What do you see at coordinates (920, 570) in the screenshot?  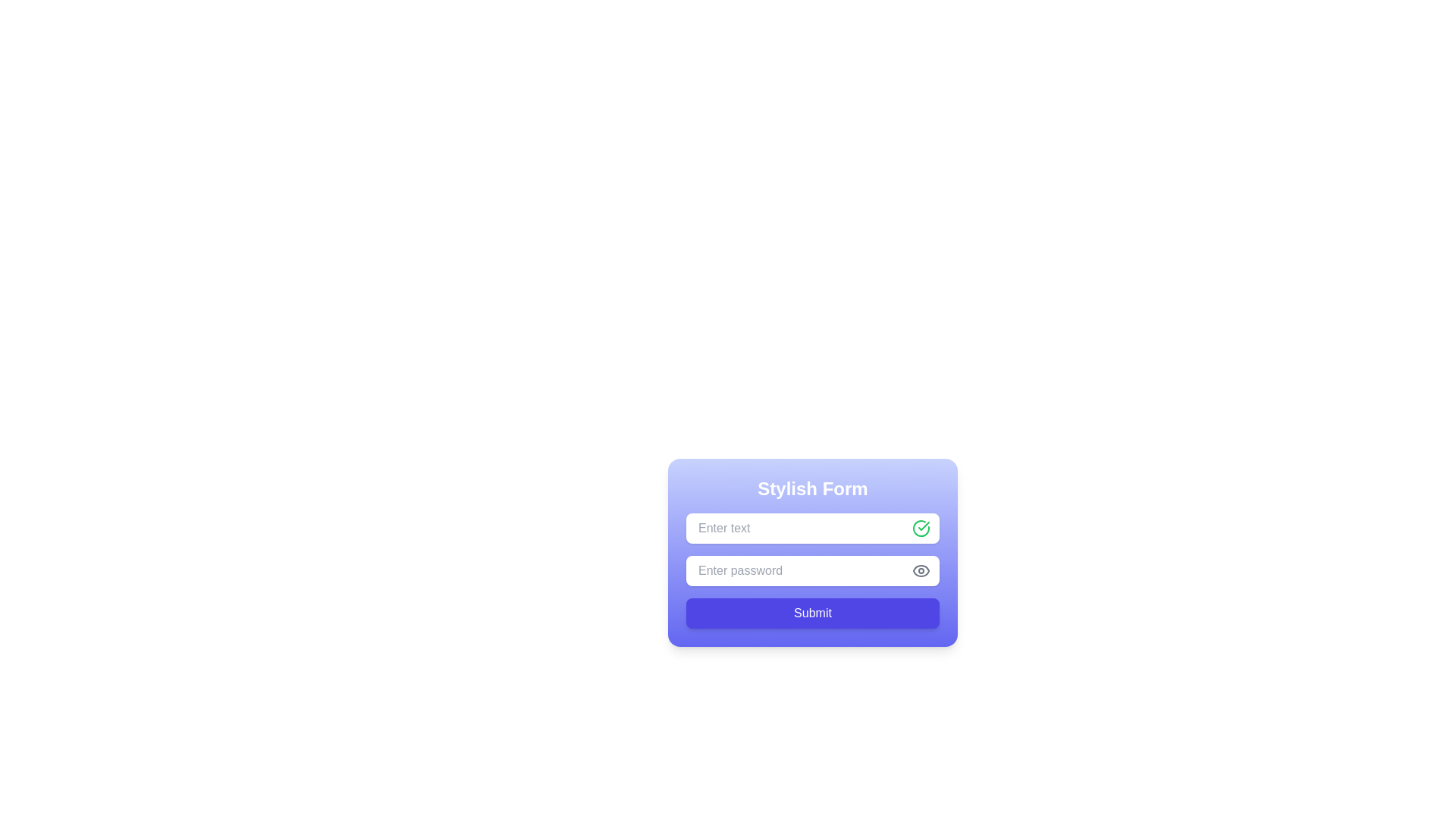 I see `the eye icon within the password input field` at bounding box center [920, 570].